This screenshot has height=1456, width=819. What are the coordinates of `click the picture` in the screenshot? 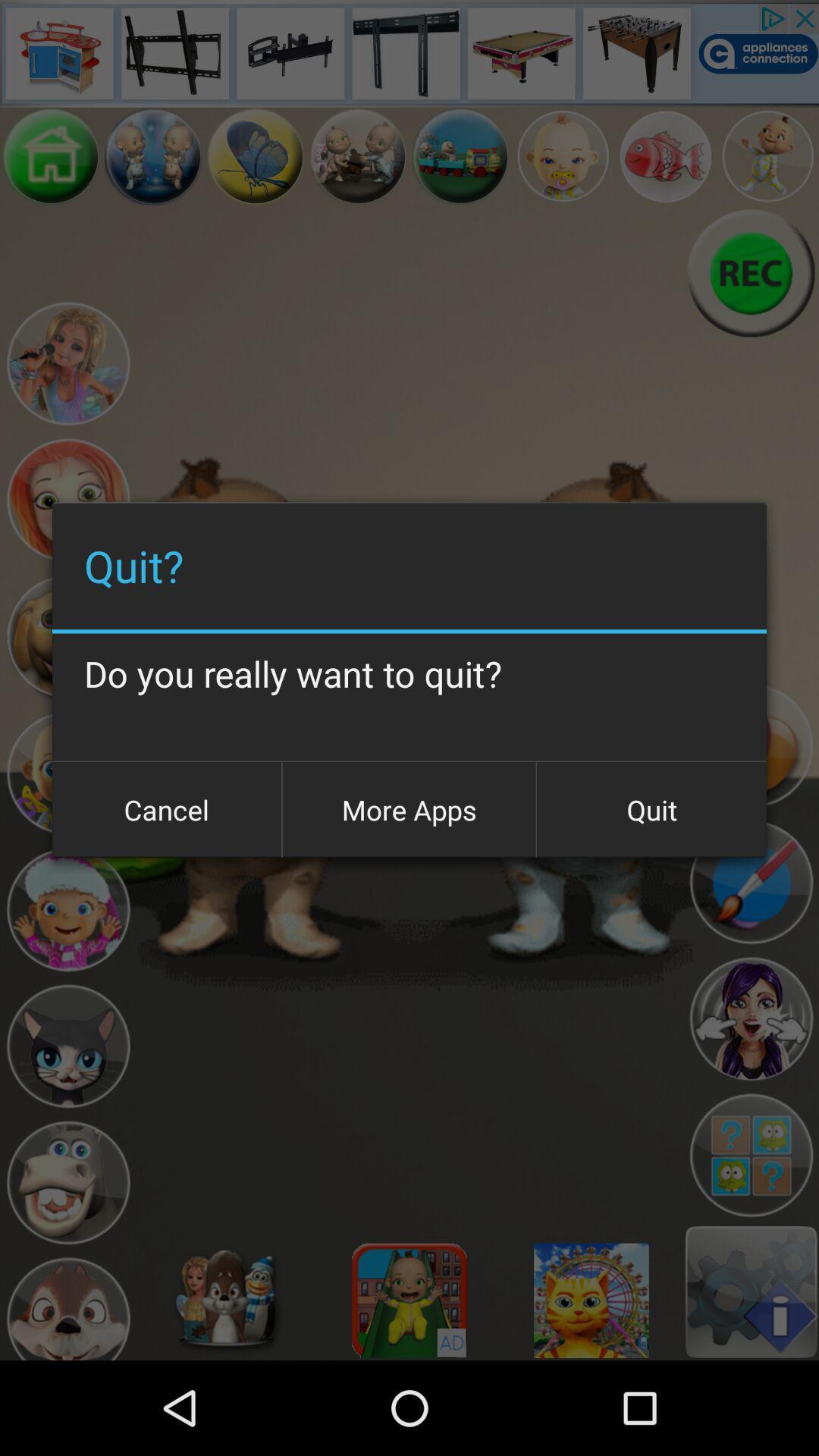 It's located at (255, 156).